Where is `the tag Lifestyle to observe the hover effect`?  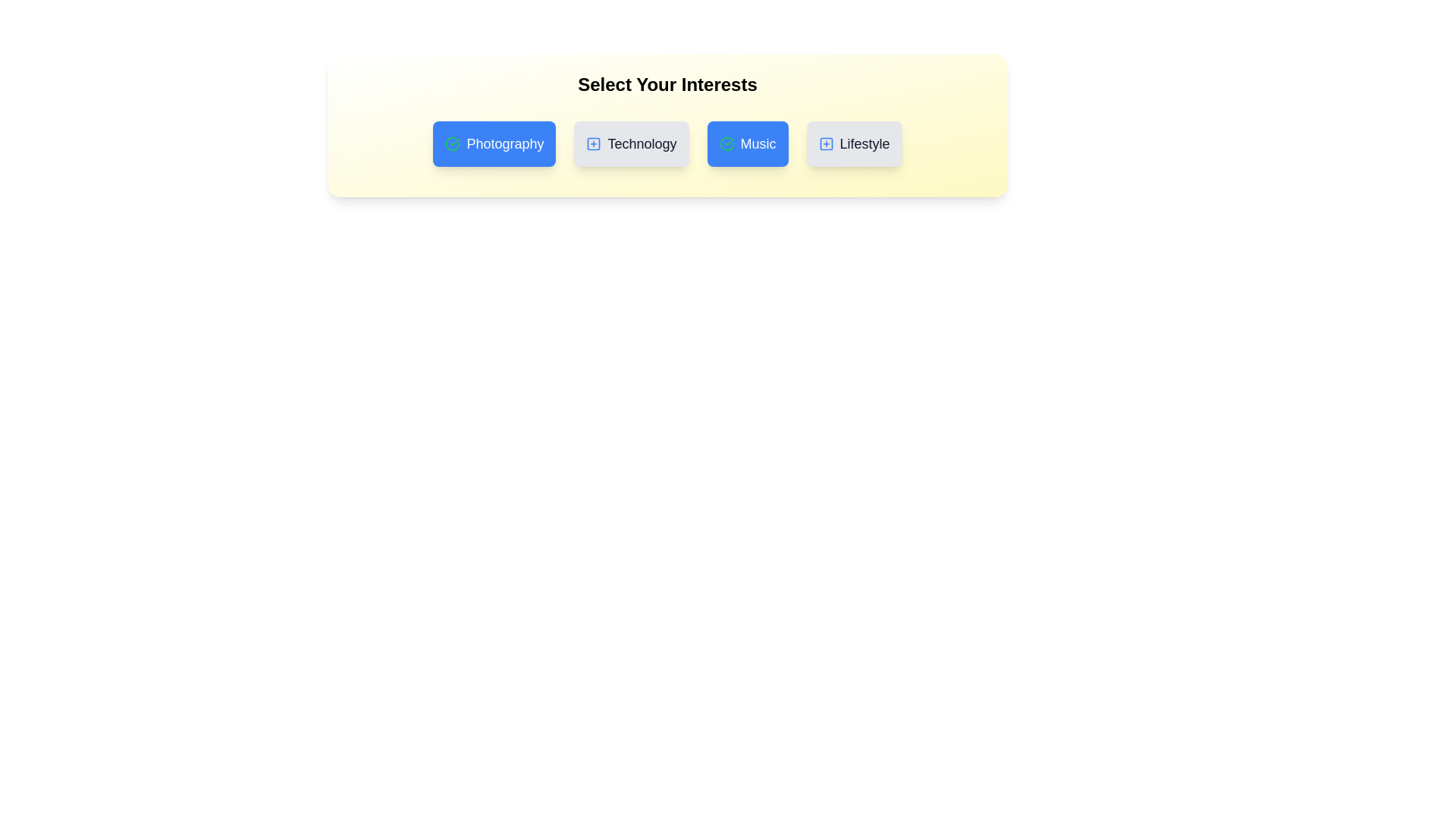 the tag Lifestyle to observe the hover effect is located at coordinates (855, 143).